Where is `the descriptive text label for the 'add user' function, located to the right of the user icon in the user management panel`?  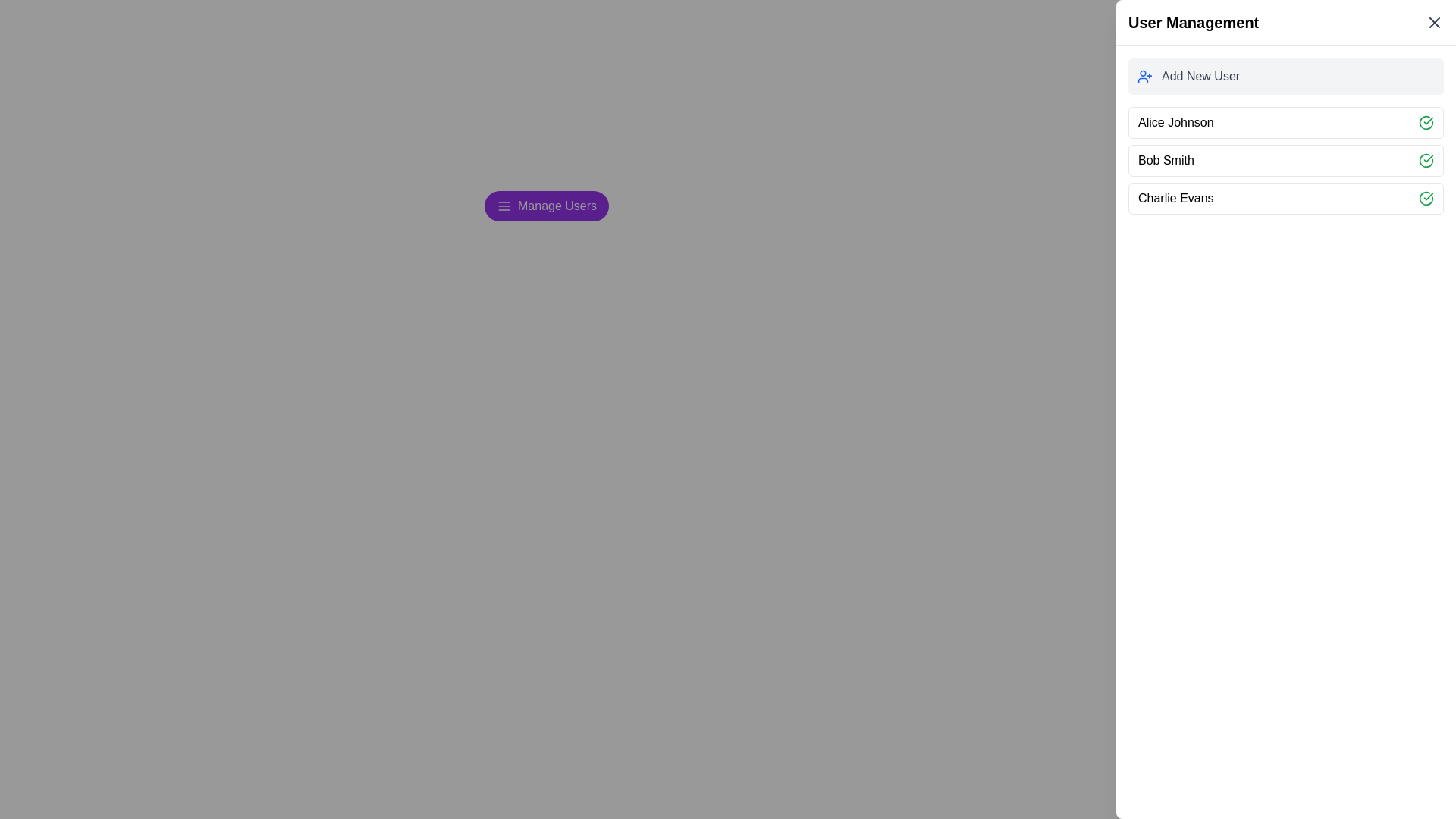
the descriptive text label for the 'add user' function, located to the right of the user icon in the user management panel is located at coordinates (1200, 76).